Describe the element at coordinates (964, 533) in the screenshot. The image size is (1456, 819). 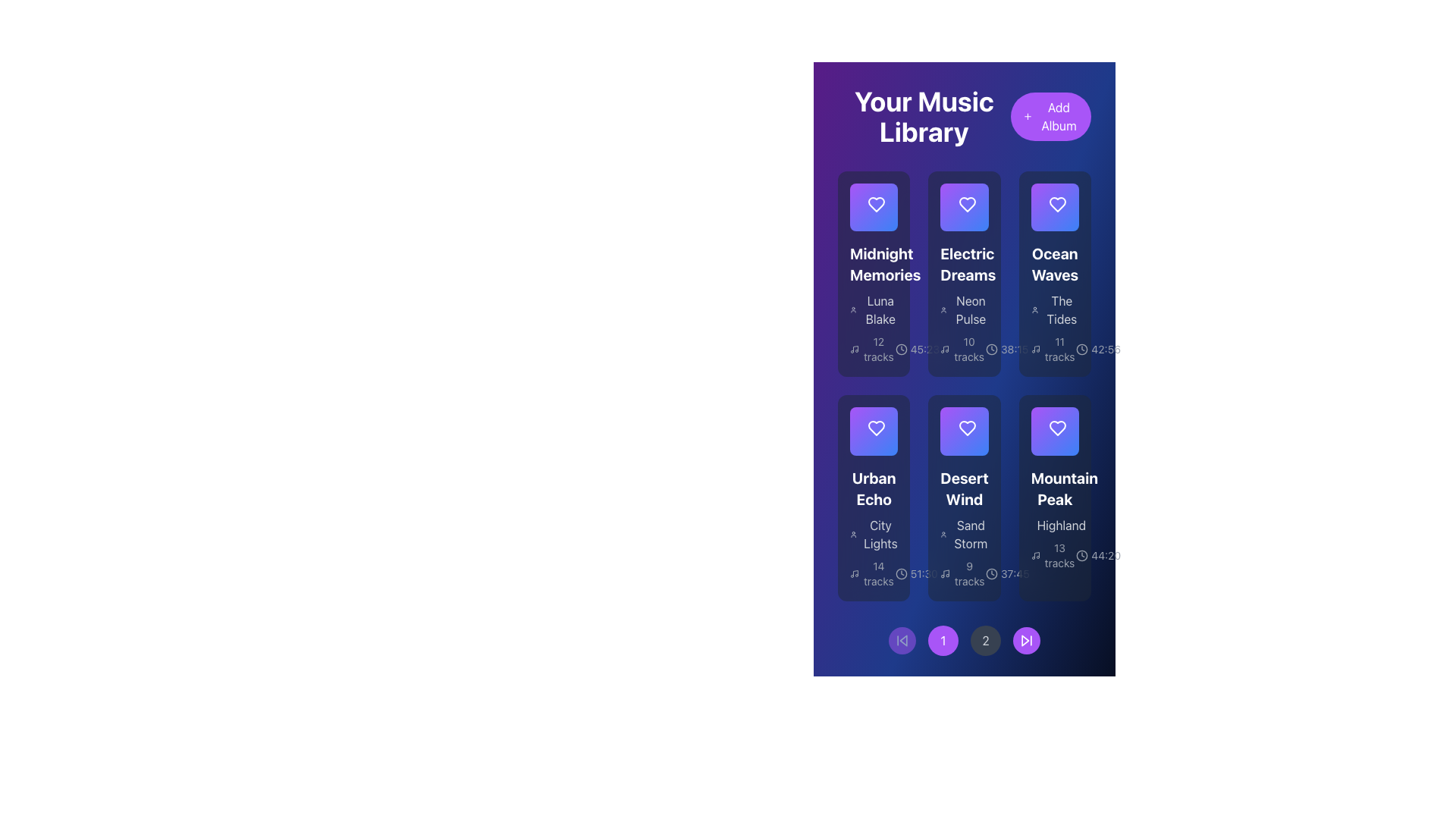
I see `the 'Sand Storm' text label with icon, which is styled in light gray on a dark blue background and positioned in the second column of the 'Desert Wind' card` at that location.